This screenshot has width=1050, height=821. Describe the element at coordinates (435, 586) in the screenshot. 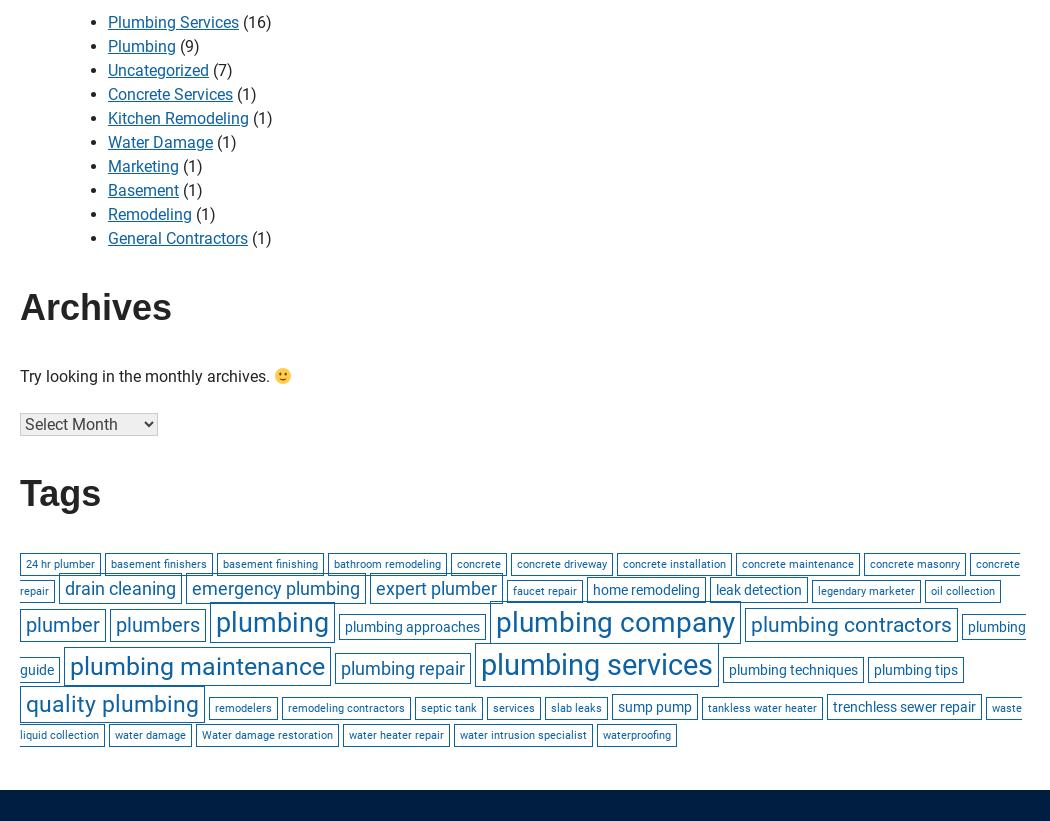

I see `'expert plumber'` at that location.